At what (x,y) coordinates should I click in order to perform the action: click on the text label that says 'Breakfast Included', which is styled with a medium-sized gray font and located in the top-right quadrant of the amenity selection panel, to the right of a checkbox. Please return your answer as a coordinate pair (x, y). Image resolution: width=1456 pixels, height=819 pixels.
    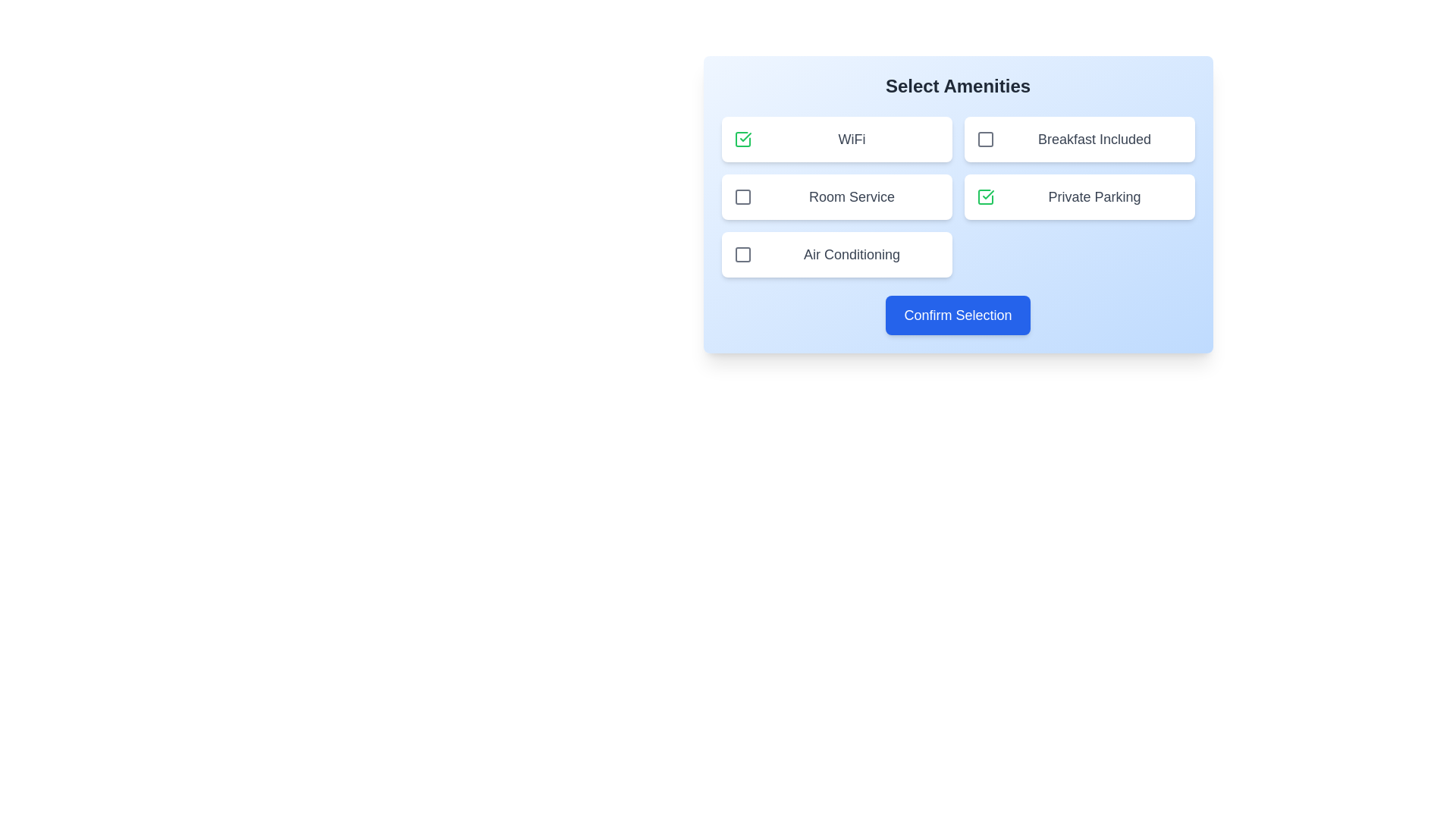
    Looking at the image, I should click on (1094, 140).